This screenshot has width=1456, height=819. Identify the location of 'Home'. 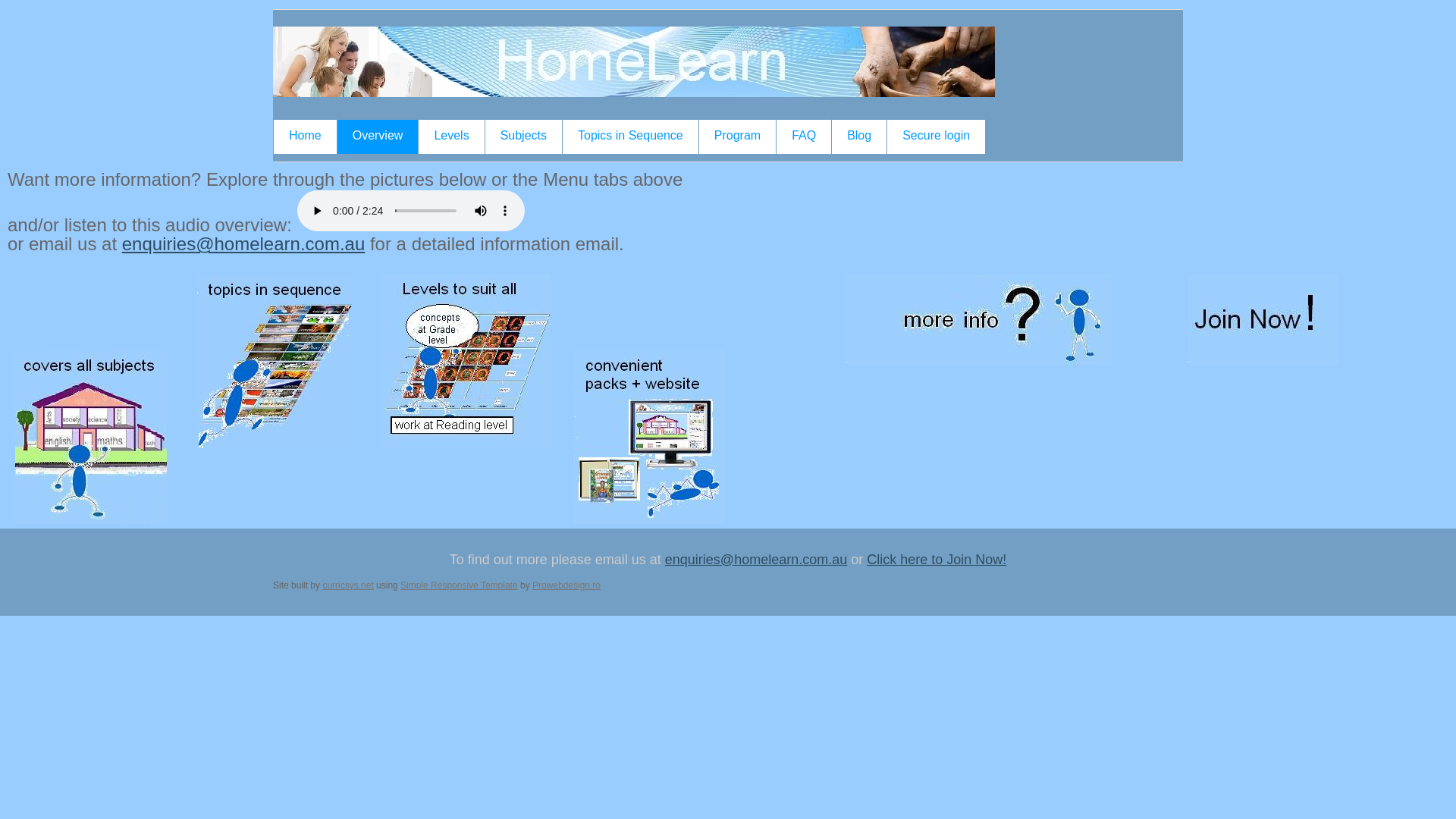
(304, 136).